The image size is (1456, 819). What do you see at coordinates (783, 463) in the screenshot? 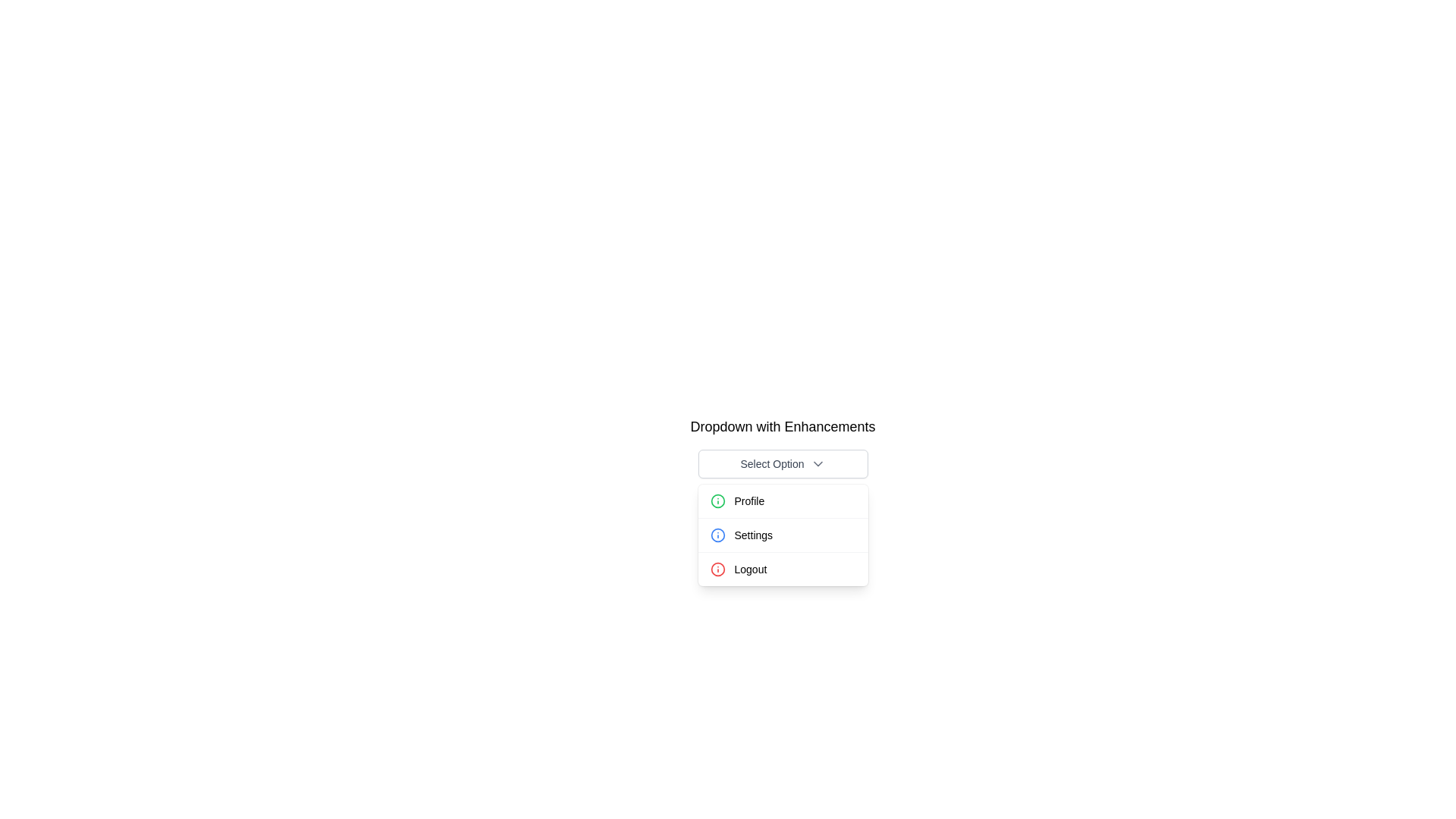
I see `the toggle button located at the top center of the dropdown menu` at bounding box center [783, 463].